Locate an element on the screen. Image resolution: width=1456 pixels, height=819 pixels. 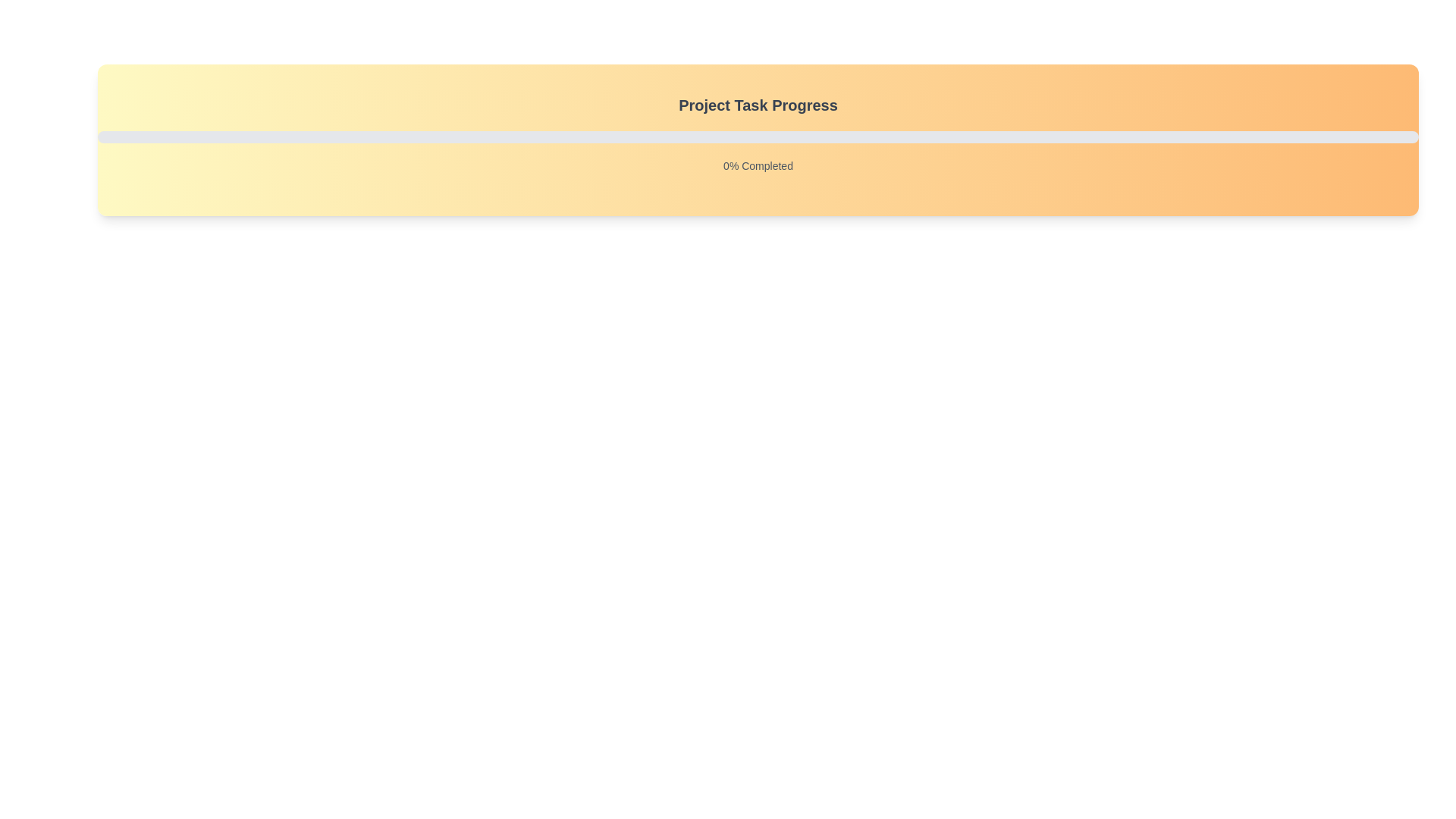
text 'Project Task Progress' which is displayed in a bold font and centered alignment, located above a progress bar and percentage indicator is located at coordinates (758, 104).